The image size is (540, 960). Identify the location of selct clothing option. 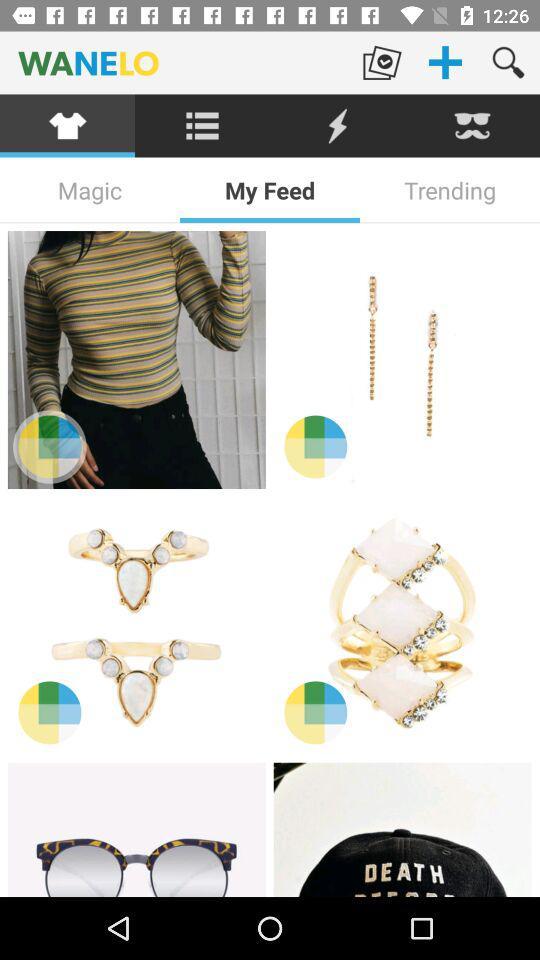
(67, 125).